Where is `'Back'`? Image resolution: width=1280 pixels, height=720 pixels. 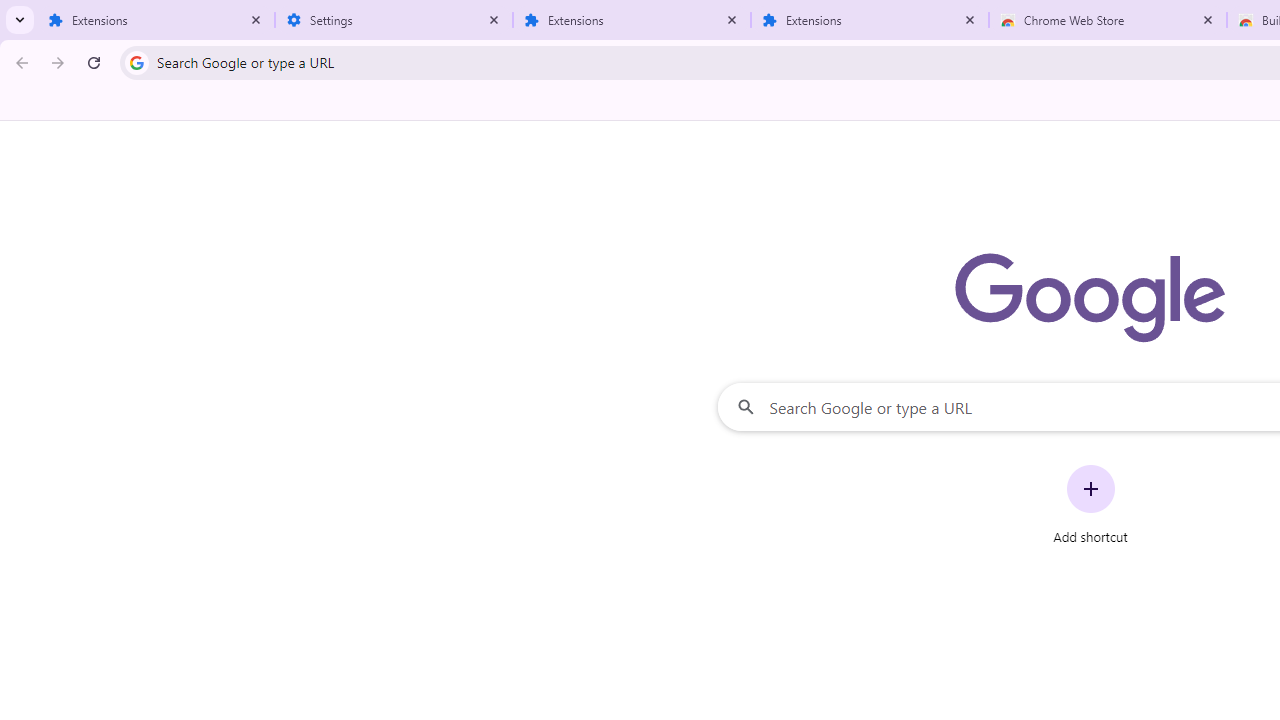
'Back' is located at coordinates (19, 61).